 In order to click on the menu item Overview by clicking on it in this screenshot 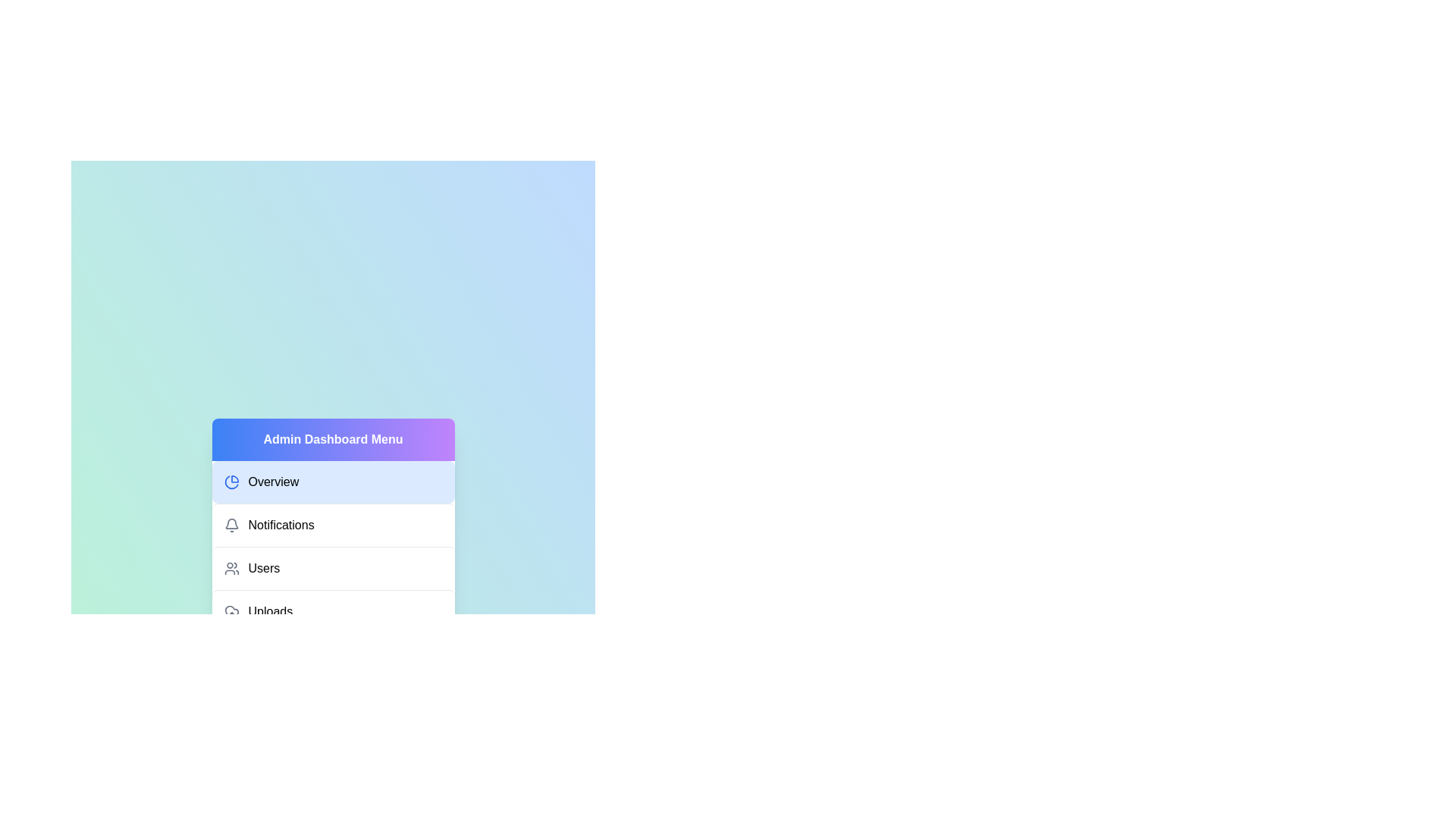, I will do `click(332, 482)`.